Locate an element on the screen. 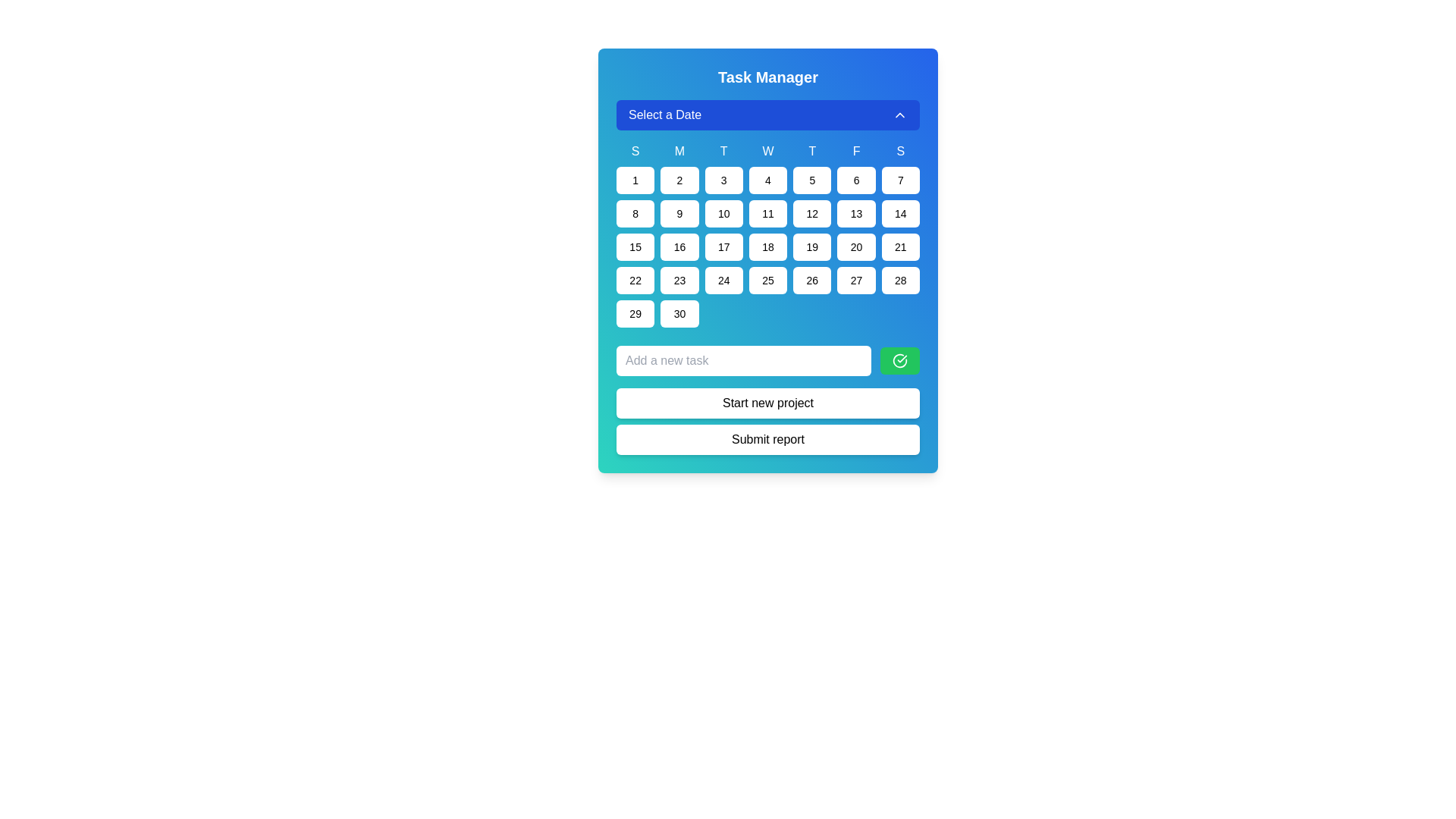 Image resolution: width=1456 pixels, height=819 pixels. the button representing the 22nd day of the month in the calendar grid is located at coordinates (635, 281).